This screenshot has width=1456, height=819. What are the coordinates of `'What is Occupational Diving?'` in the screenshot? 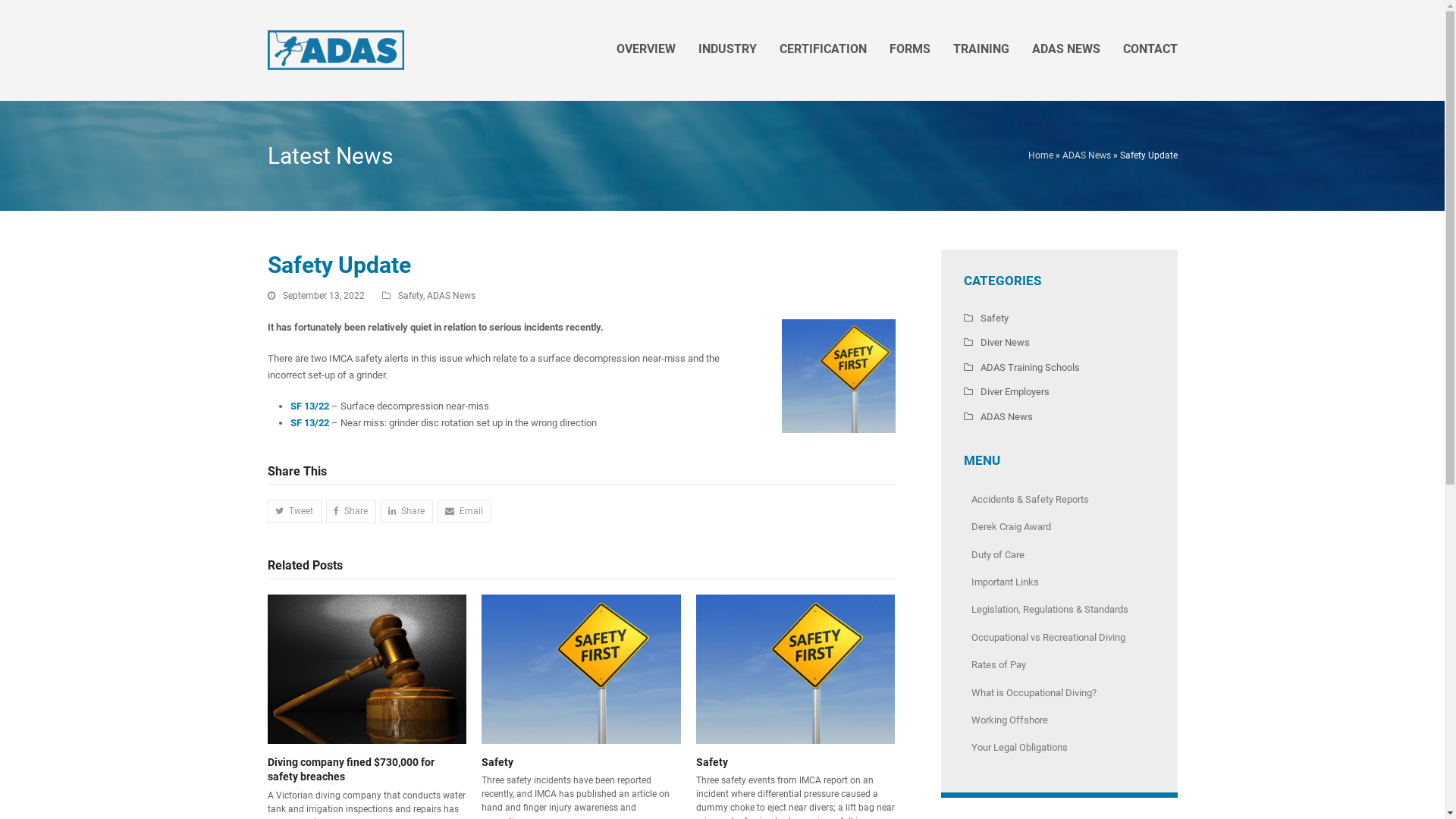 It's located at (1058, 693).